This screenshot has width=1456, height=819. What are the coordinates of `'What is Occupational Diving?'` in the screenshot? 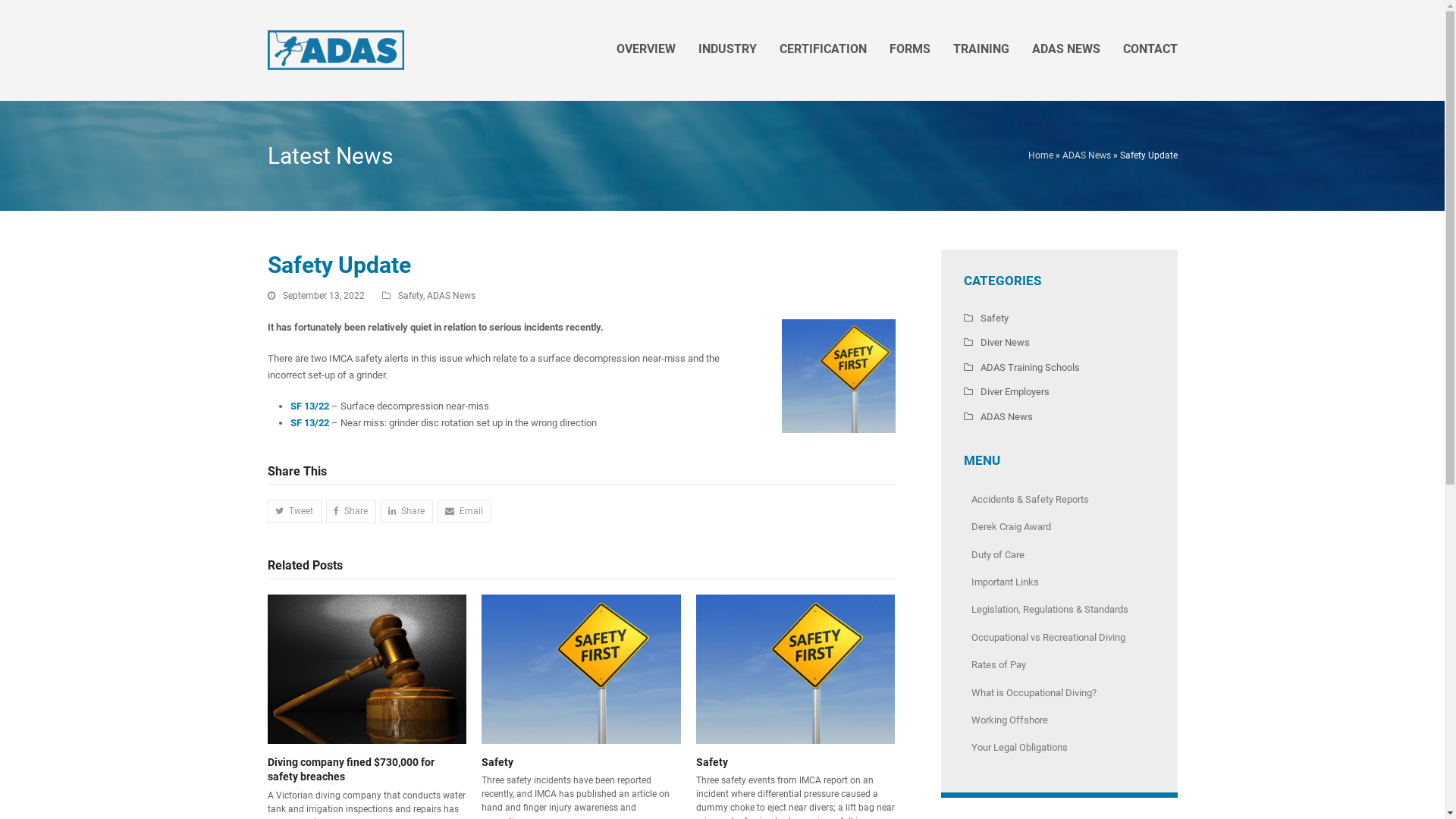 It's located at (1058, 693).